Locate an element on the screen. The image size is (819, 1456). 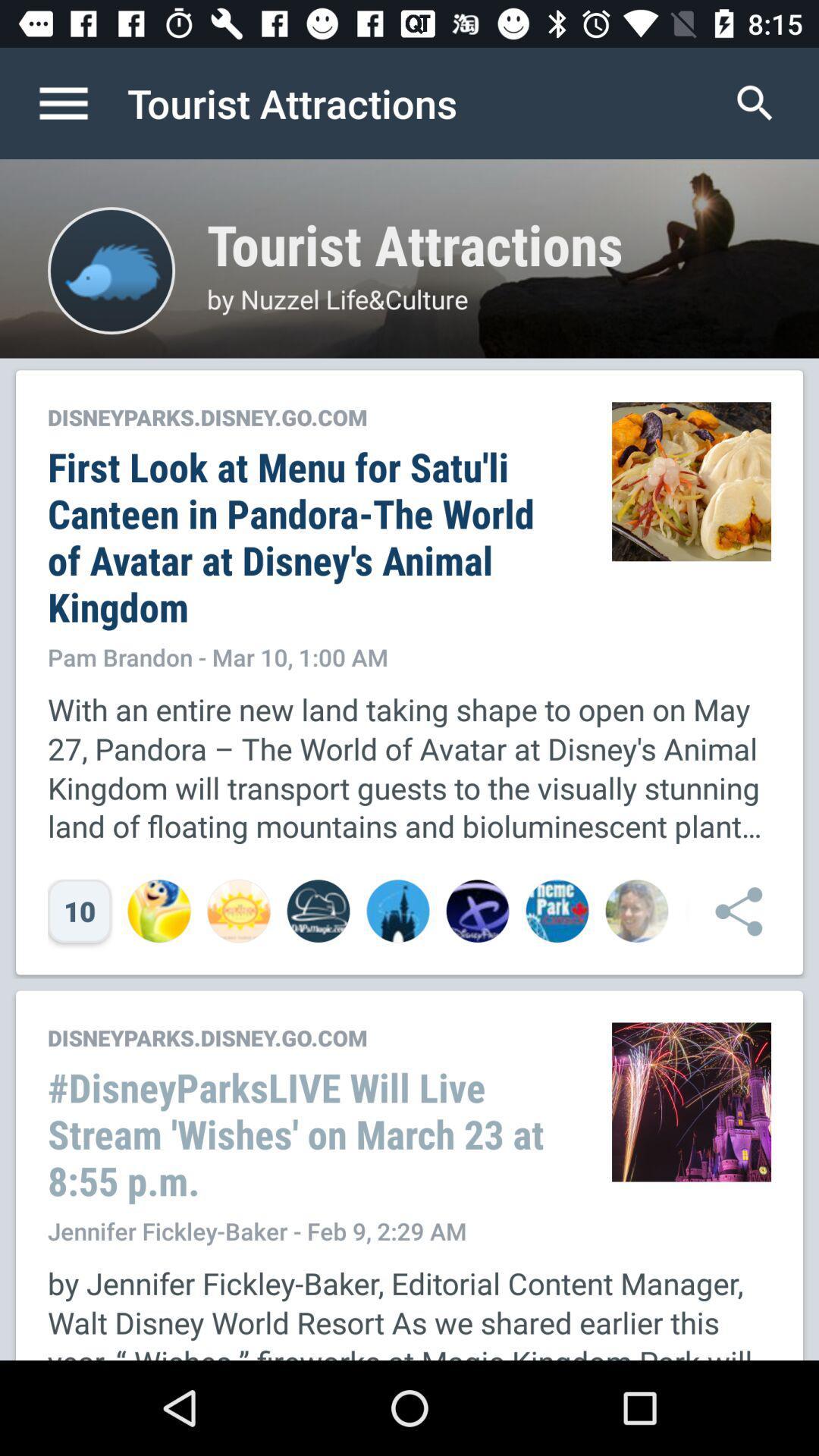
share article is located at coordinates (730, 910).